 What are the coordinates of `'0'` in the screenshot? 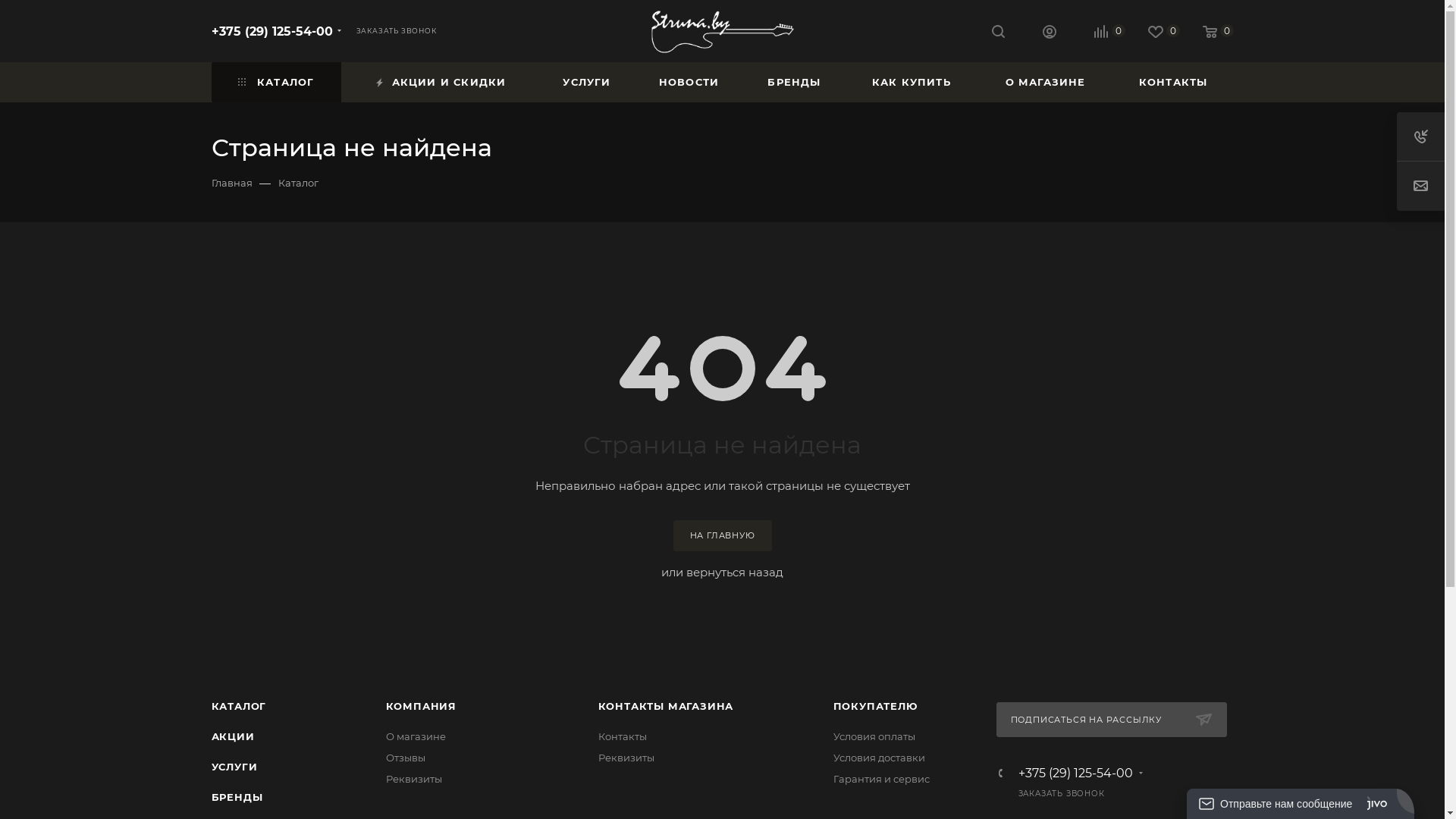 It's located at (1178, 32).